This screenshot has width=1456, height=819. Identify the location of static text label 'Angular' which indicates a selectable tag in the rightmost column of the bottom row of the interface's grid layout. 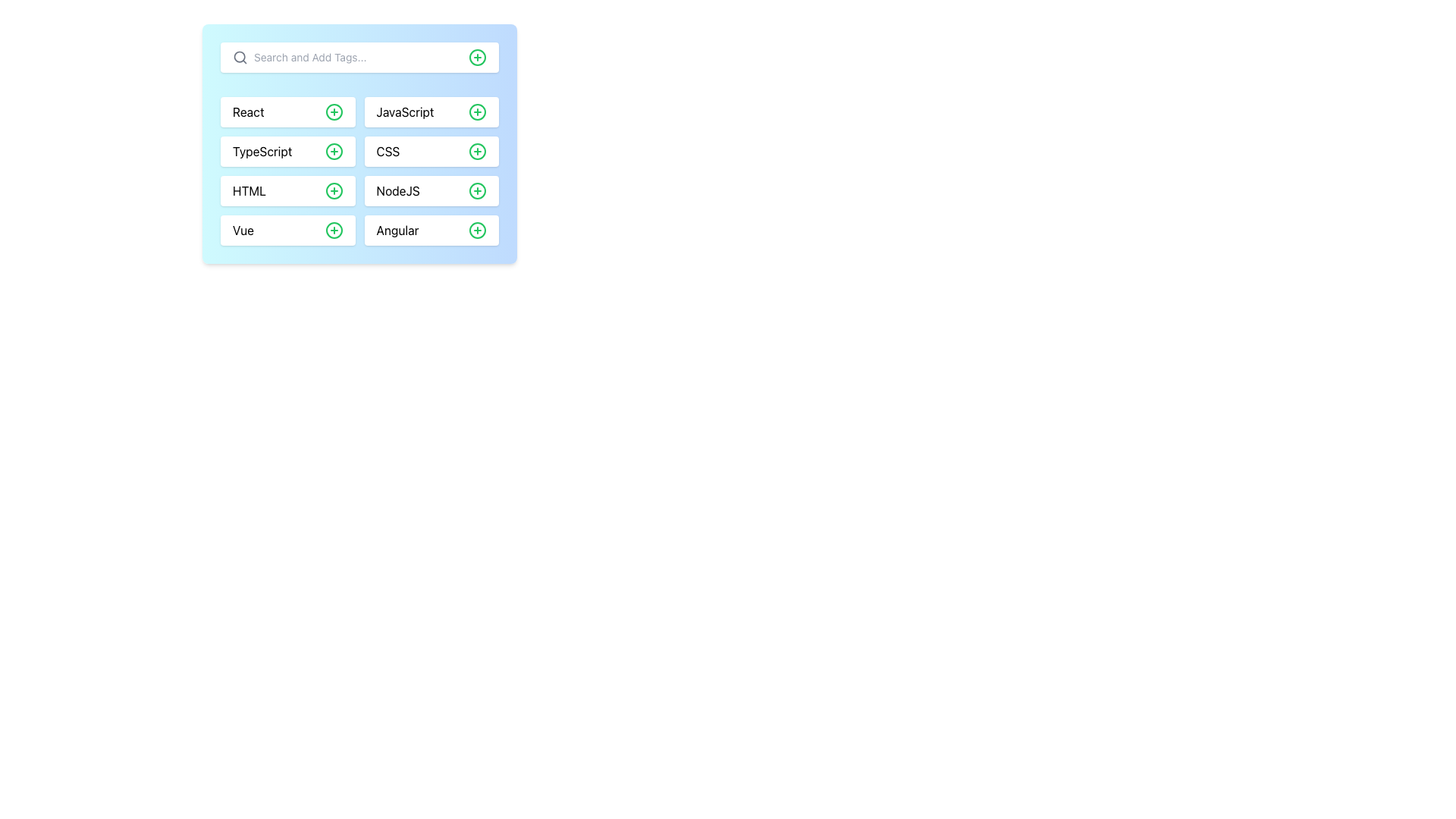
(397, 231).